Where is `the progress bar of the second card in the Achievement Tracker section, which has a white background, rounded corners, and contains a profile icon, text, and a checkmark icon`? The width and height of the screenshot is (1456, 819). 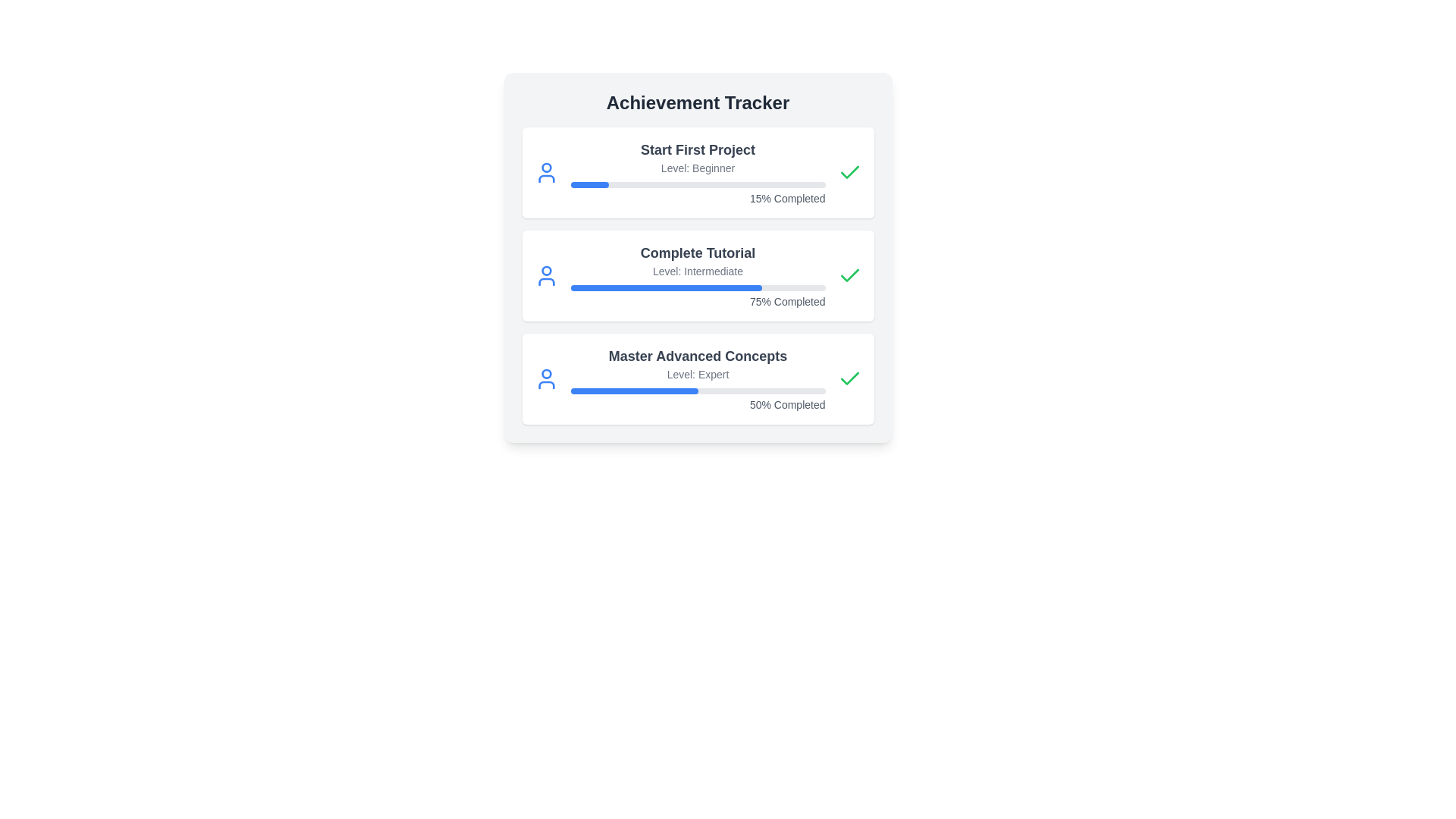 the progress bar of the second card in the Achievement Tracker section, which has a white background, rounded corners, and contains a profile icon, text, and a checkmark icon is located at coordinates (697, 275).